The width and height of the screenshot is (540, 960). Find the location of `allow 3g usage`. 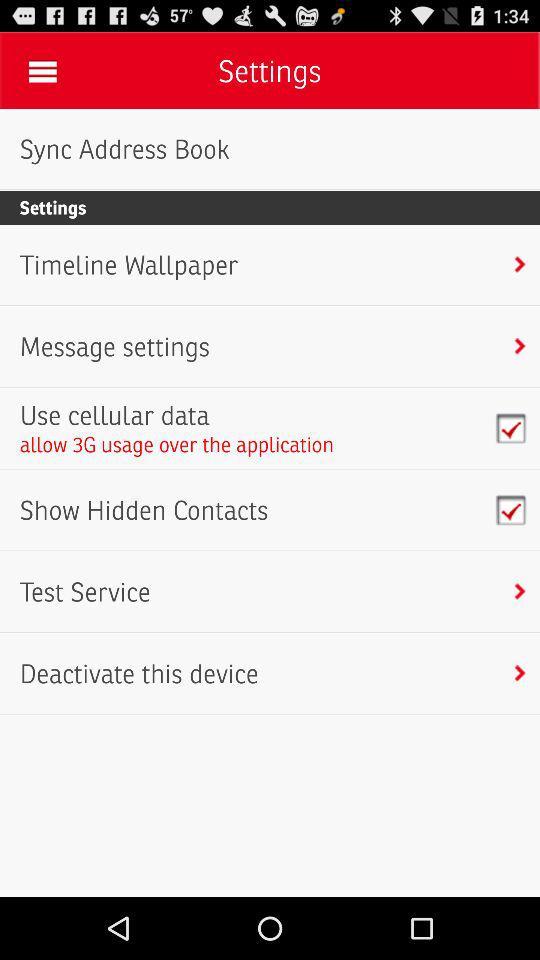

allow 3g usage is located at coordinates (177, 444).